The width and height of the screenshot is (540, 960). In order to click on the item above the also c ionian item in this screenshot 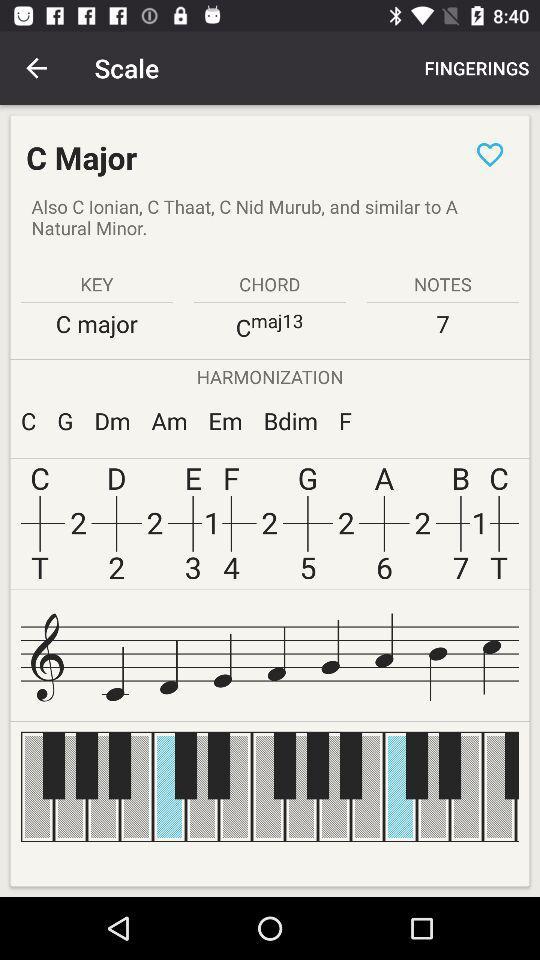, I will do `click(489, 153)`.